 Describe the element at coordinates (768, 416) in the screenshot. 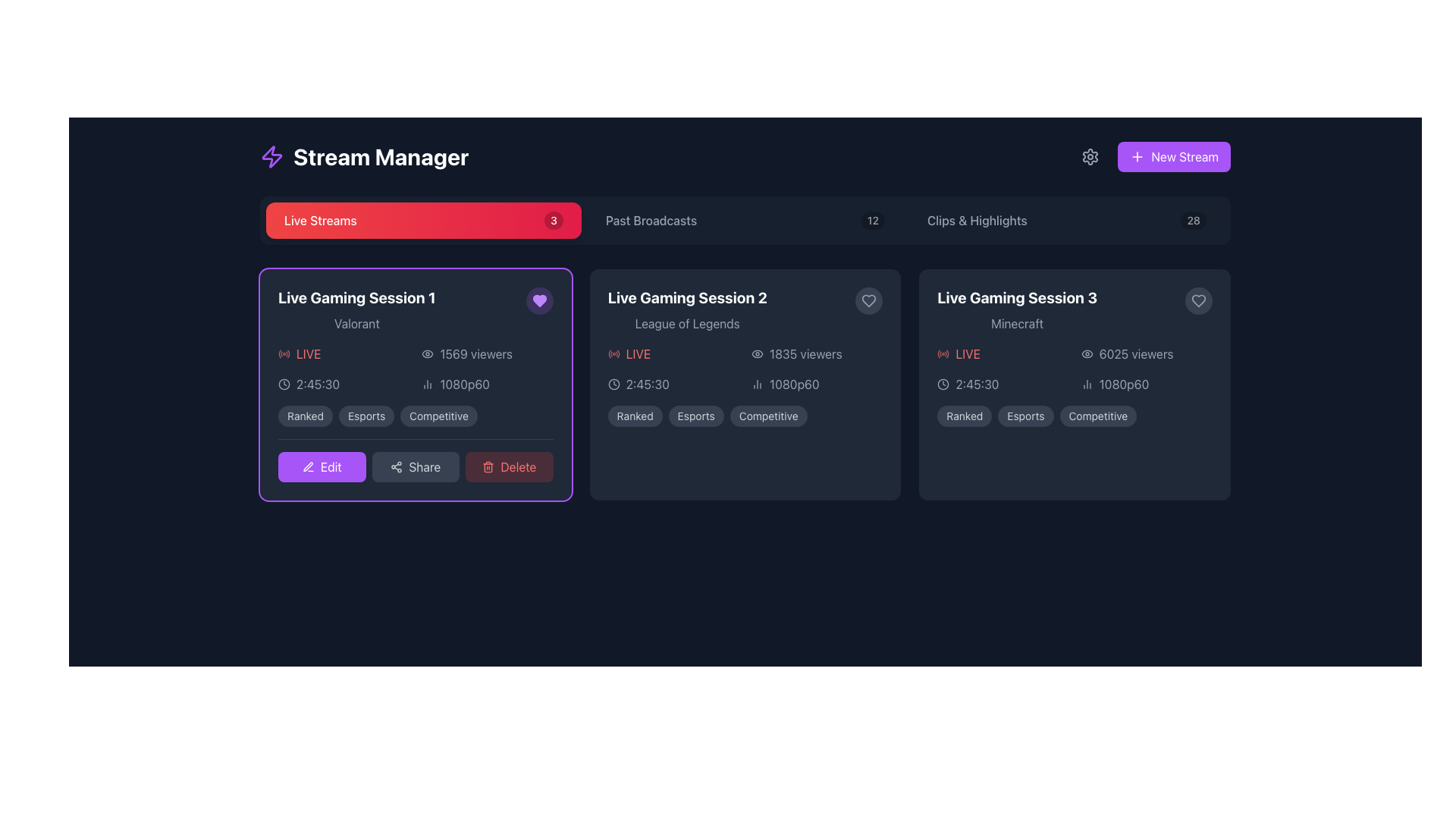

I see `text of the rounded rectangular label badge that contains 'Competitive', which is the third tag in the sequence of tags aligned horizontally within the 'Live Gaming Session 2' card` at that location.